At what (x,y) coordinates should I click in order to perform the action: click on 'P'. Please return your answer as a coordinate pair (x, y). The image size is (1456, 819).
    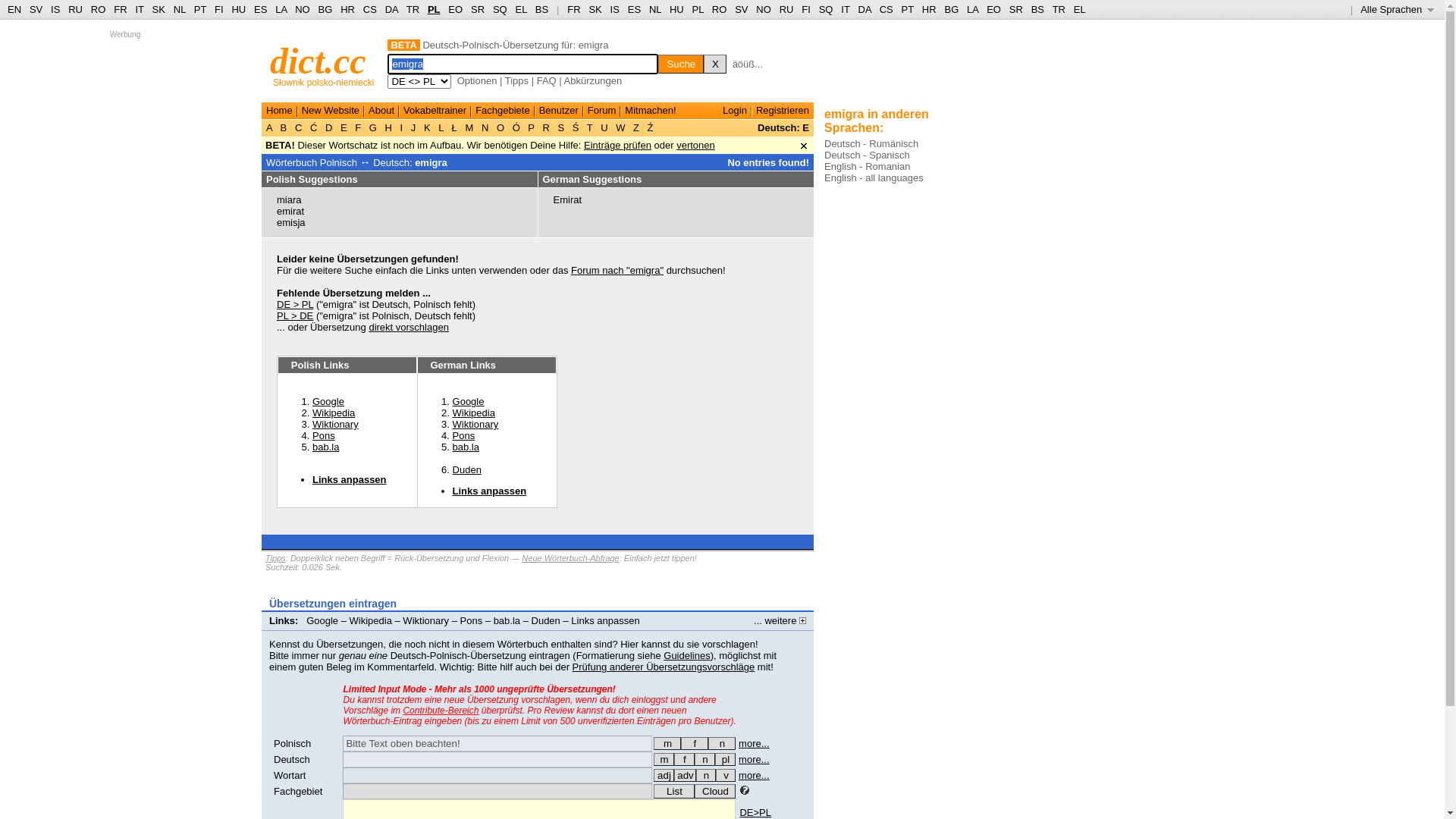
    Looking at the image, I should click on (531, 127).